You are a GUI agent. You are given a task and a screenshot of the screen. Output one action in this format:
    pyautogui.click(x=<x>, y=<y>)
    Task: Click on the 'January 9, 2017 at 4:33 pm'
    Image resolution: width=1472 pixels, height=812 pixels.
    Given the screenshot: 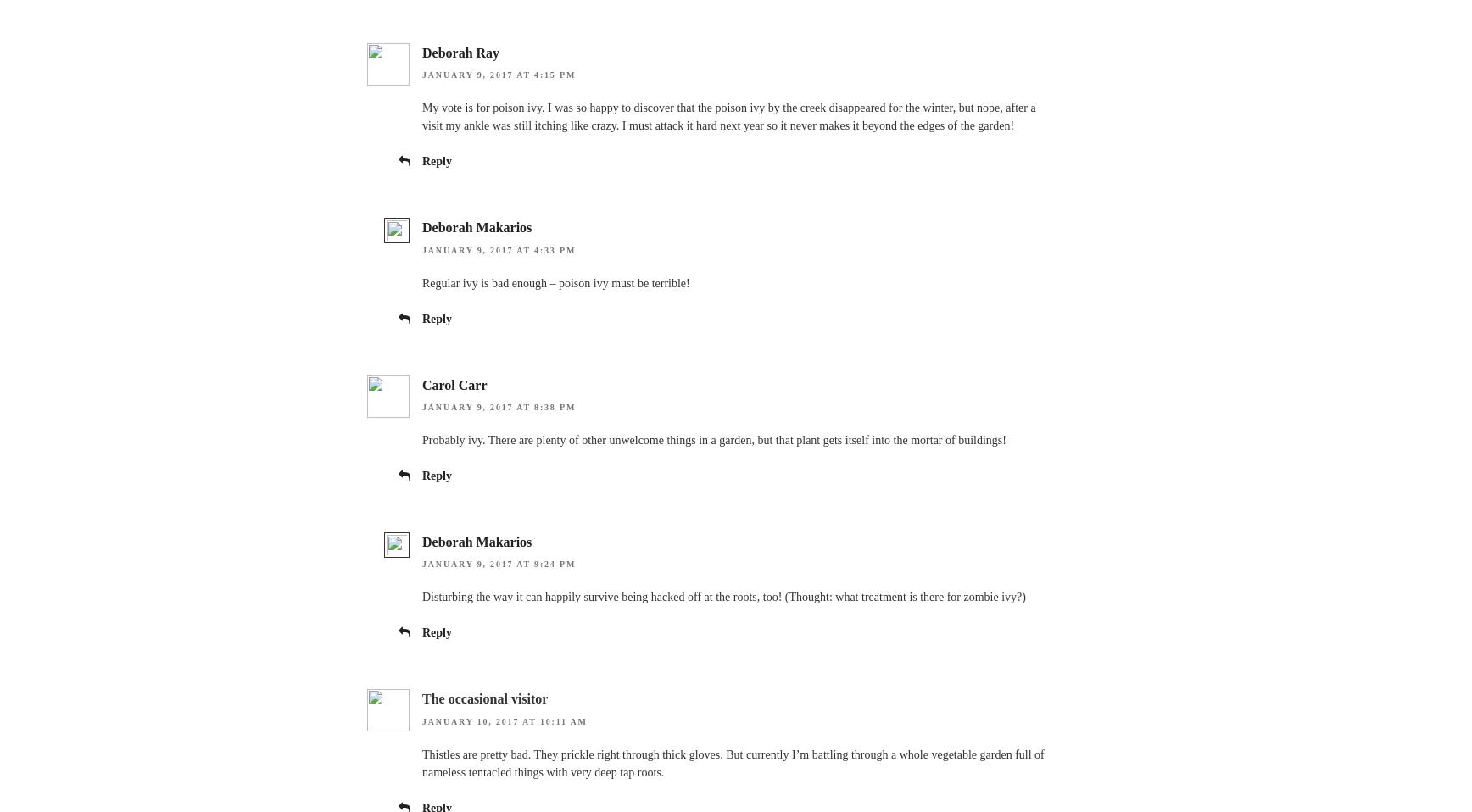 What is the action you would take?
    pyautogui.click(x=422, y=249)
    